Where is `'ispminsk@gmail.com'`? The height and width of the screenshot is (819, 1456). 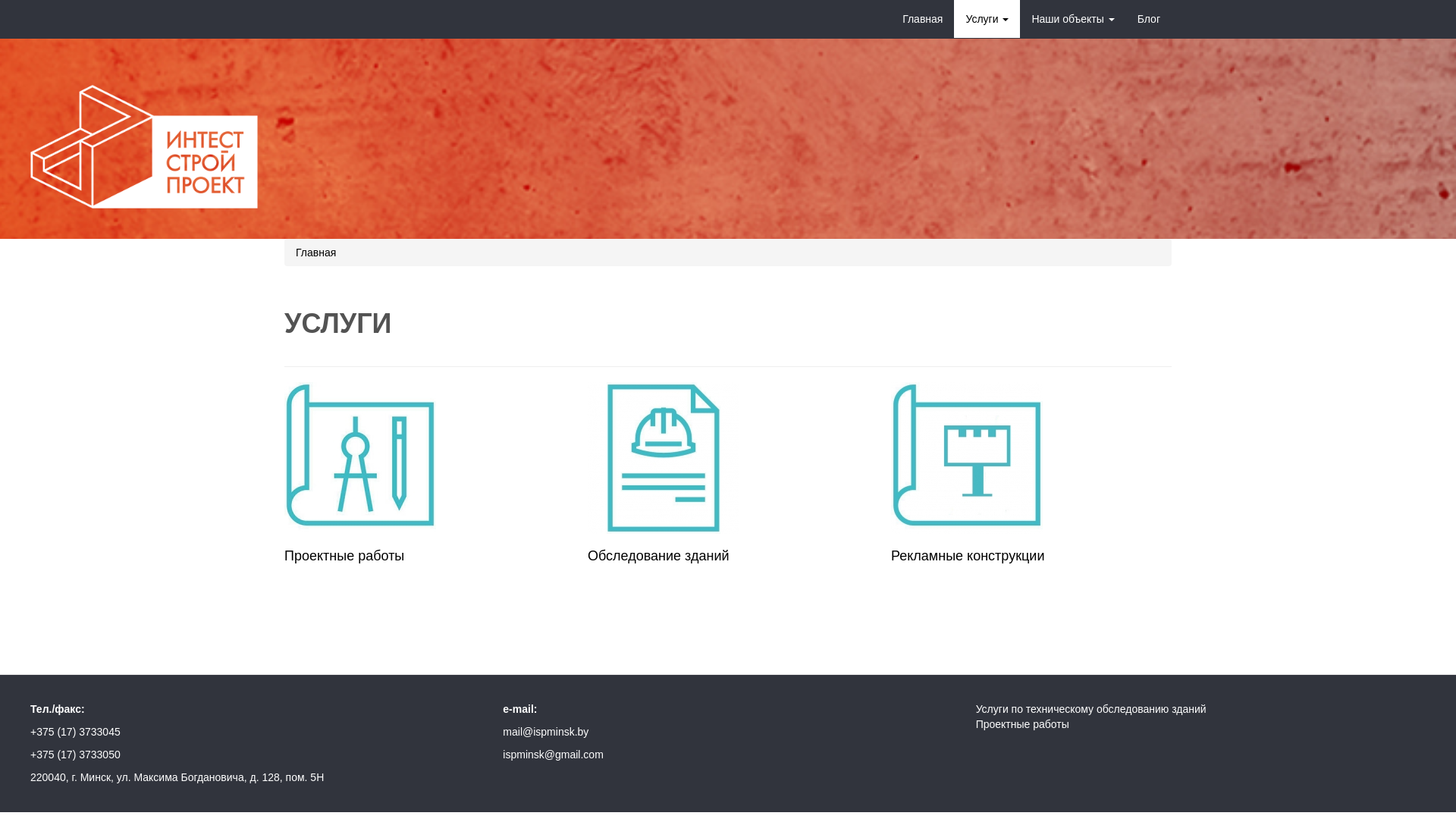 'ispminsk@gmail.com' is located at coordinates (552, 755).